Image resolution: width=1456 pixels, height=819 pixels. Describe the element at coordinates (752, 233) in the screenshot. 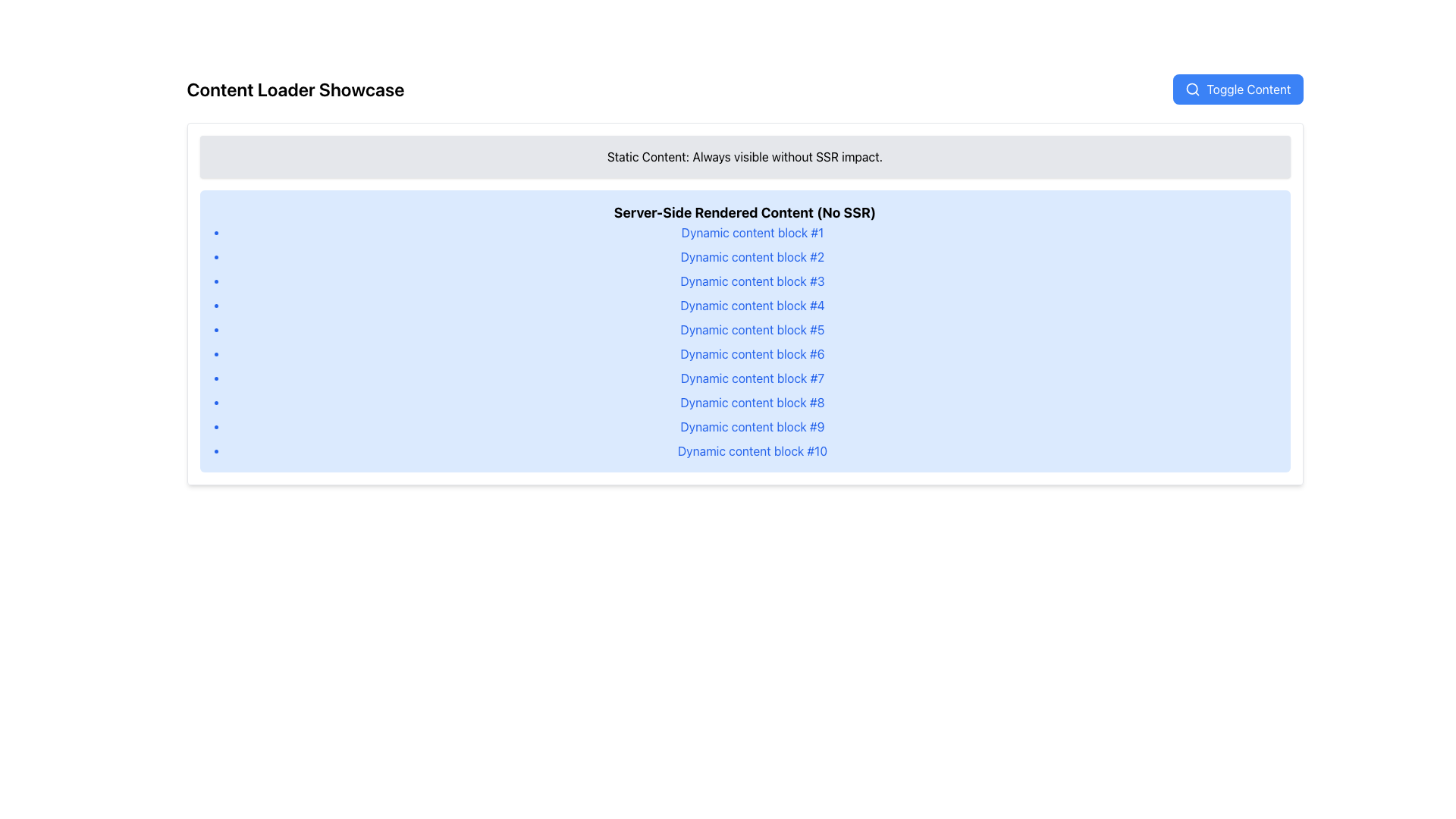

I see `displayed content of the text block styled in blue font and containing 'Dynamic content block #1', which is the first item in the vertically stacked list under the header 'Server-Side Rendered Content (No SSR)'` at that location.